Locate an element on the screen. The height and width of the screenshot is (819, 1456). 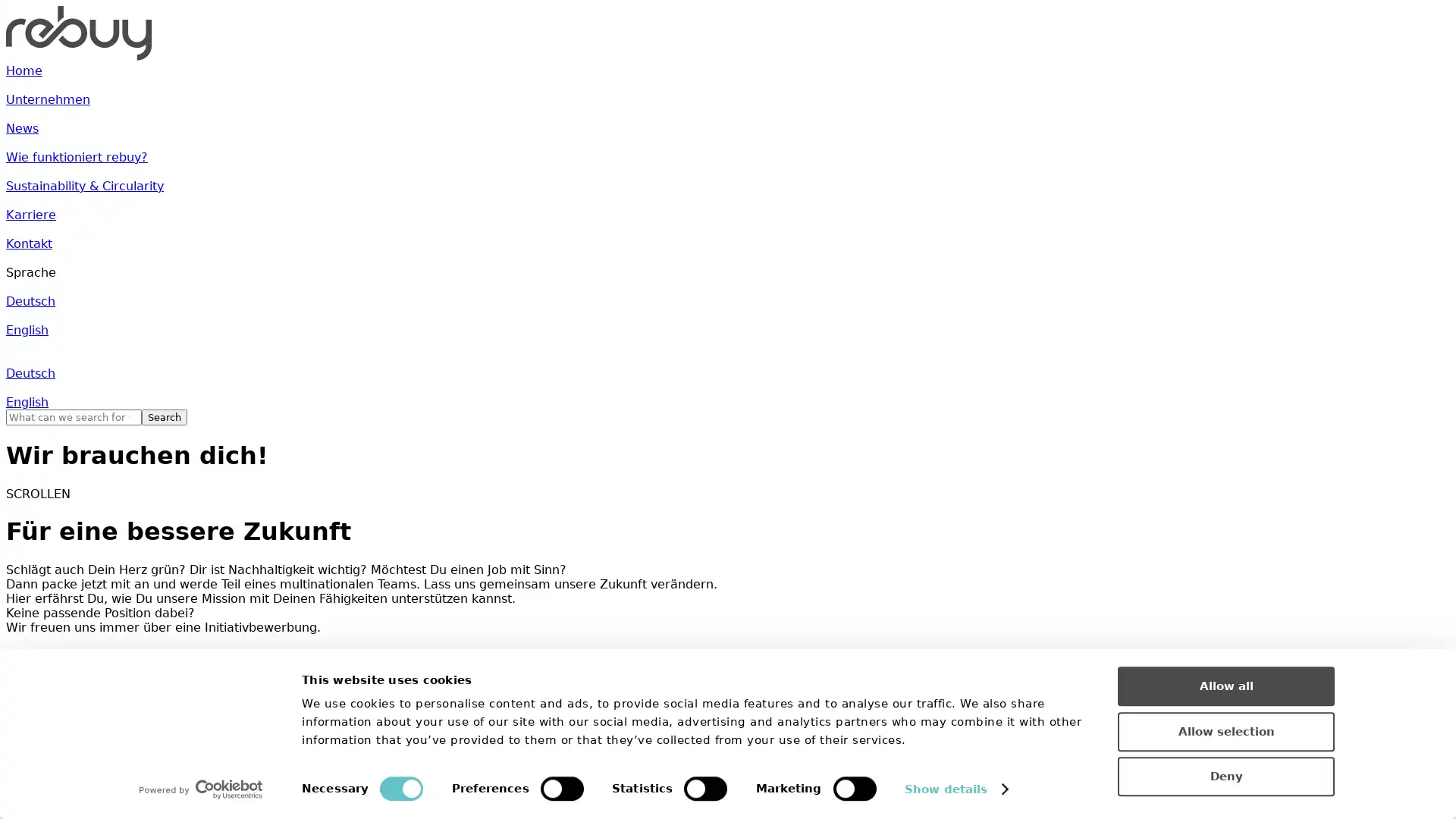
Allow selection is located at coordinates (1226, 727).